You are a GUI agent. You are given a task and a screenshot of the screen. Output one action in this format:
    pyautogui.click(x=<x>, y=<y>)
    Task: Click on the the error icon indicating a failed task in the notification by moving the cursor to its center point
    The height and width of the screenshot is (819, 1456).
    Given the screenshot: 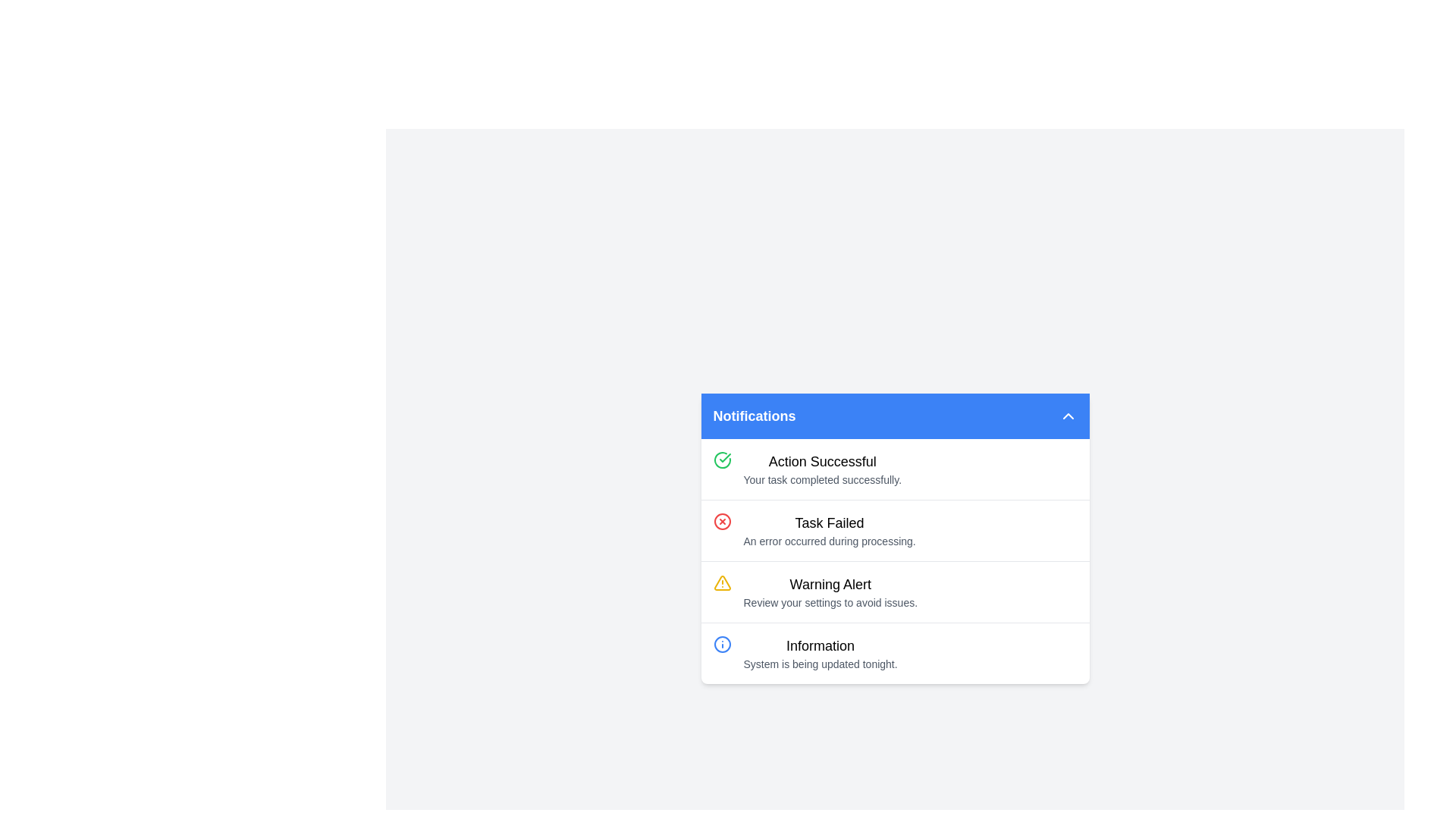 What is the action you would take?
    pyautogui.click(x=721, y=520)
    